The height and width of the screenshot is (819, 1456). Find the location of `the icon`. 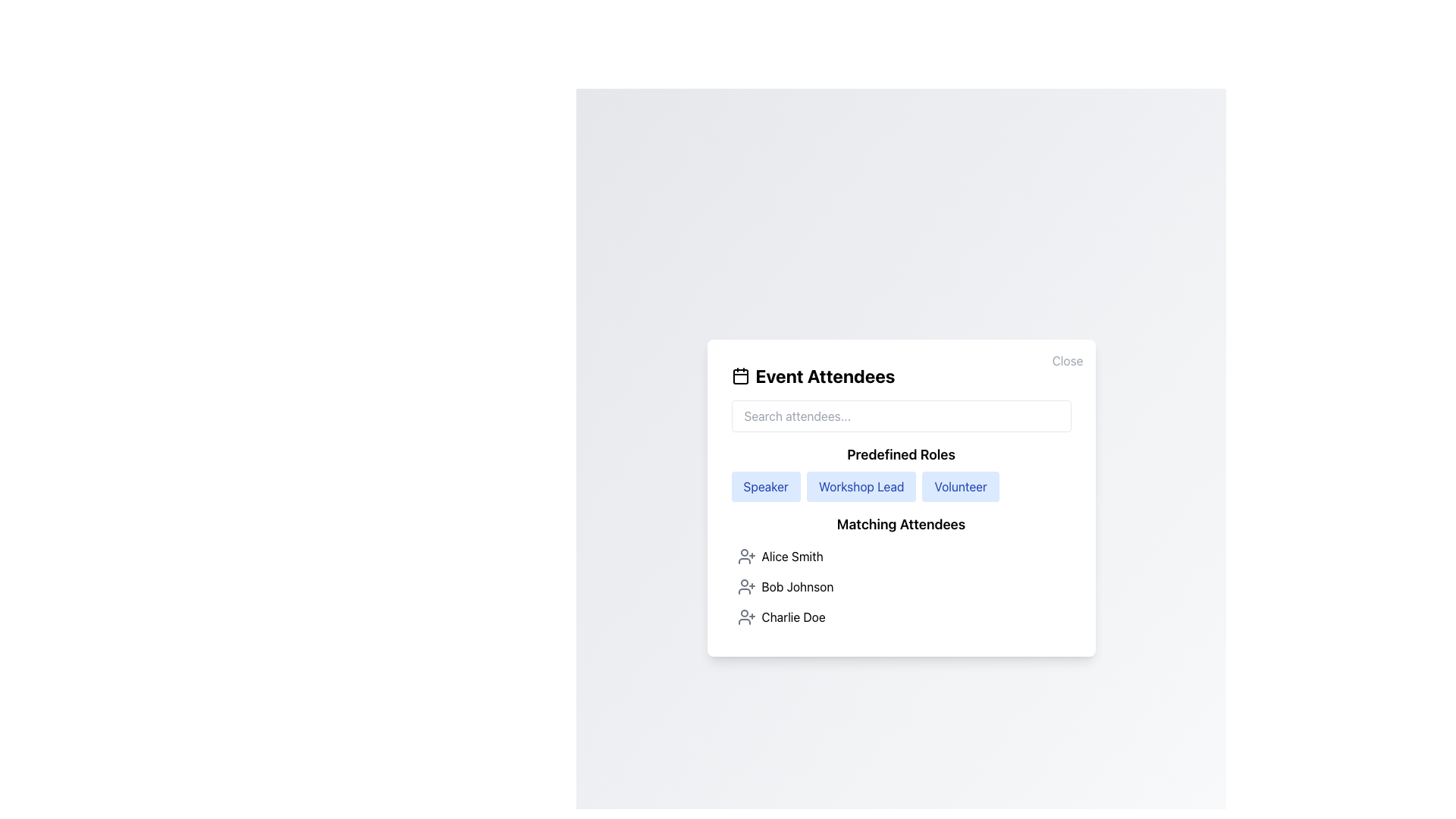

the icon is located at coordinates (746, 586).